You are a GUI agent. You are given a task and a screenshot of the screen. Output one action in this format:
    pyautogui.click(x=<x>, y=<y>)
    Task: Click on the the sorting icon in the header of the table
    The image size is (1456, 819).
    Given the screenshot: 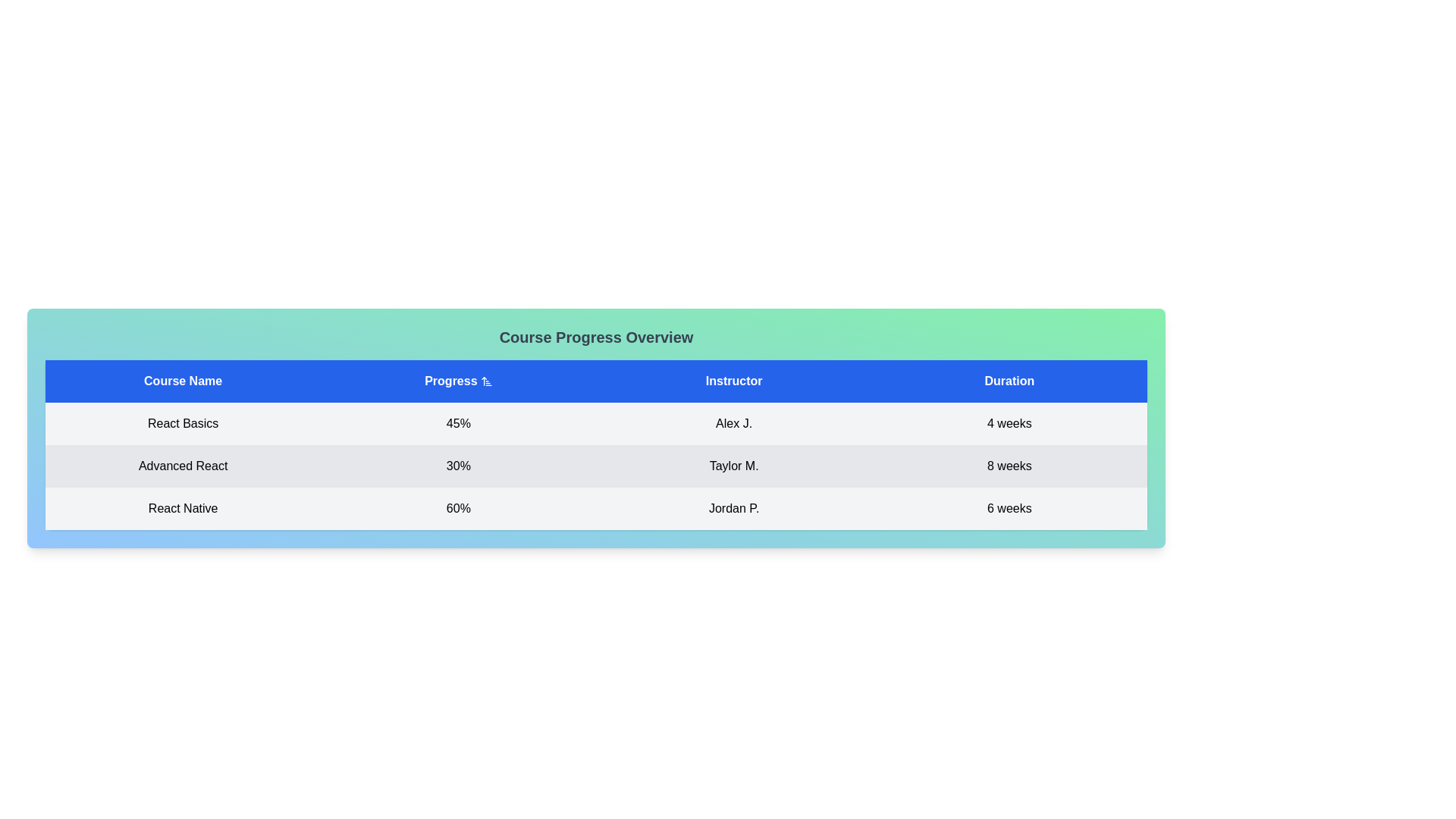 What is the action you would take?
    pyautogui.click(x=486, y=380)
    